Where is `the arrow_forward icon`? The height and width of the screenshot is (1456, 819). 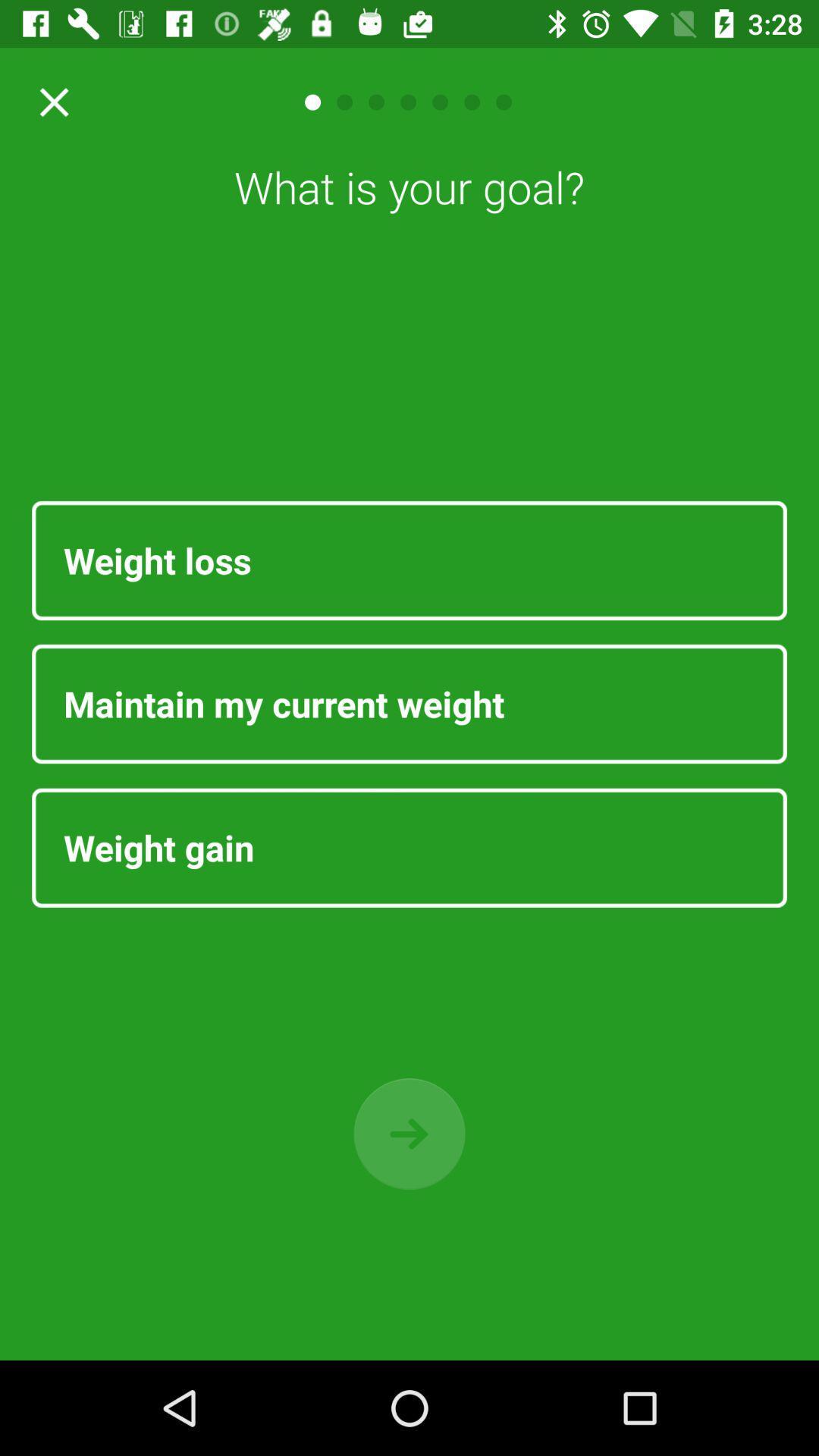 the arrow_forward icon is located at coordinates (409, 1134).